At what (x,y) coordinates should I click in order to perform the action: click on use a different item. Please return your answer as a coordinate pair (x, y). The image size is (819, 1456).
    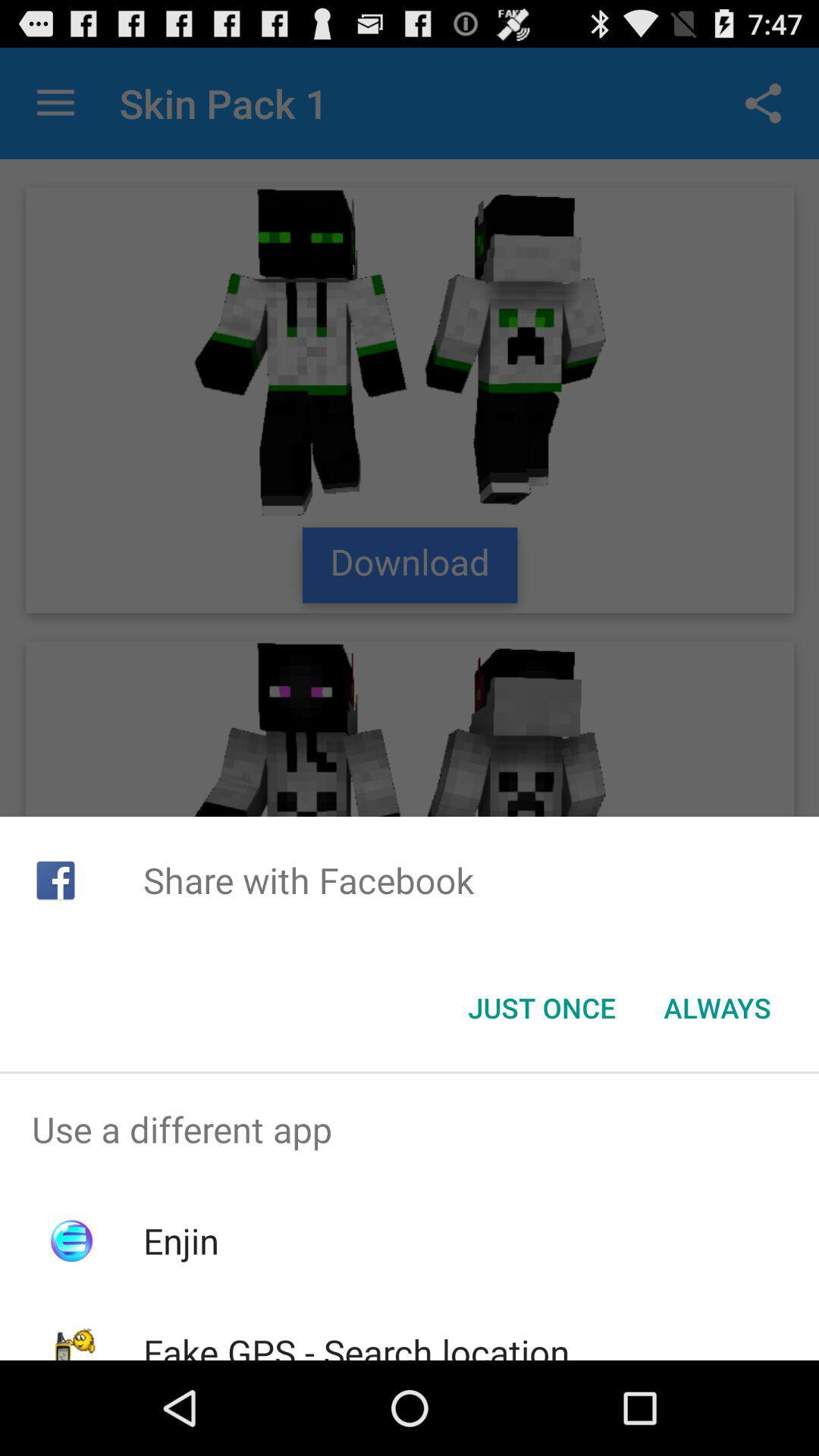
    Looking at the image, I should click on (409, 1129).